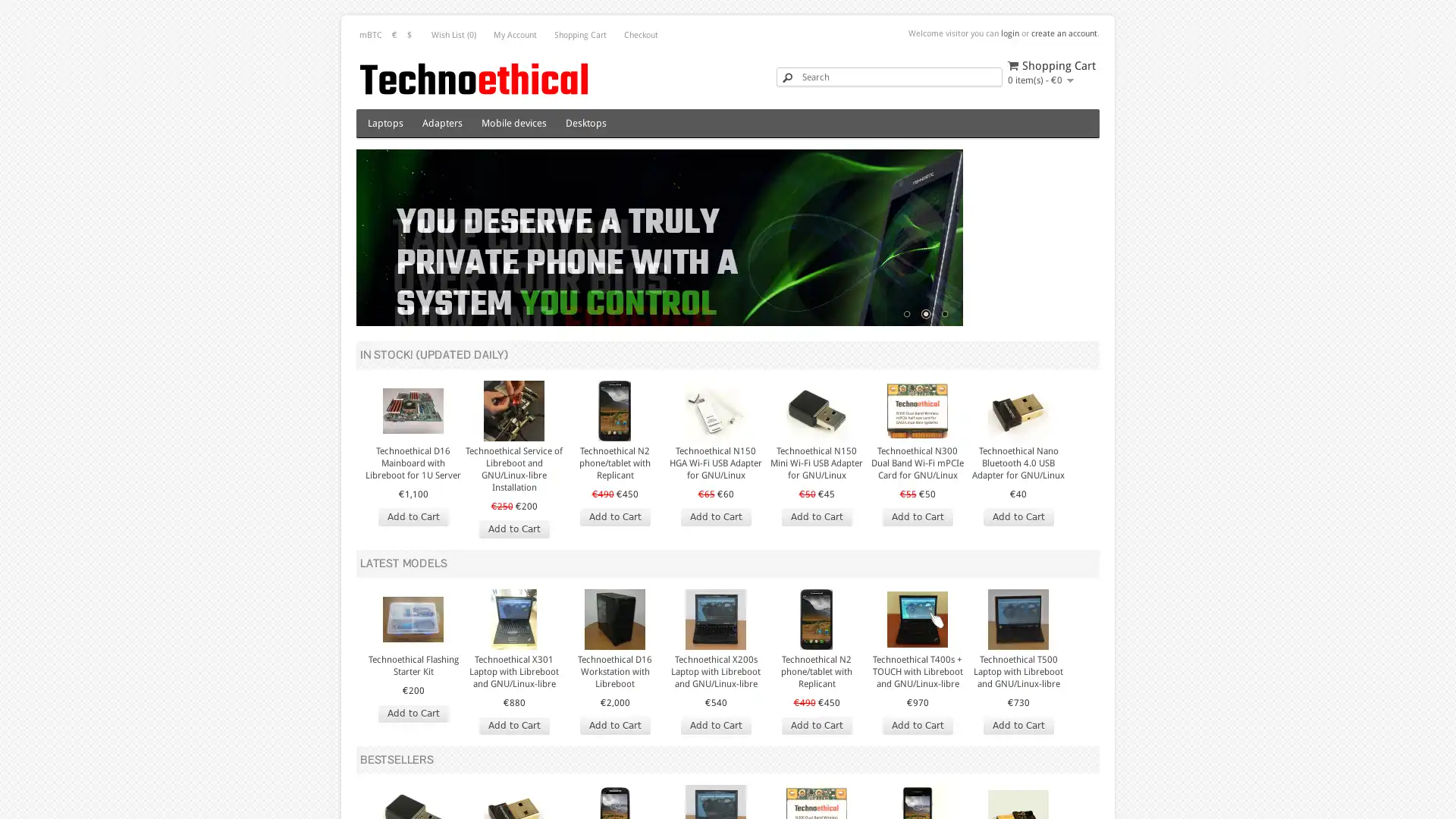 This screenshot has width=1456, height=819. I want to click on Add to Cart, so click(513, 775).